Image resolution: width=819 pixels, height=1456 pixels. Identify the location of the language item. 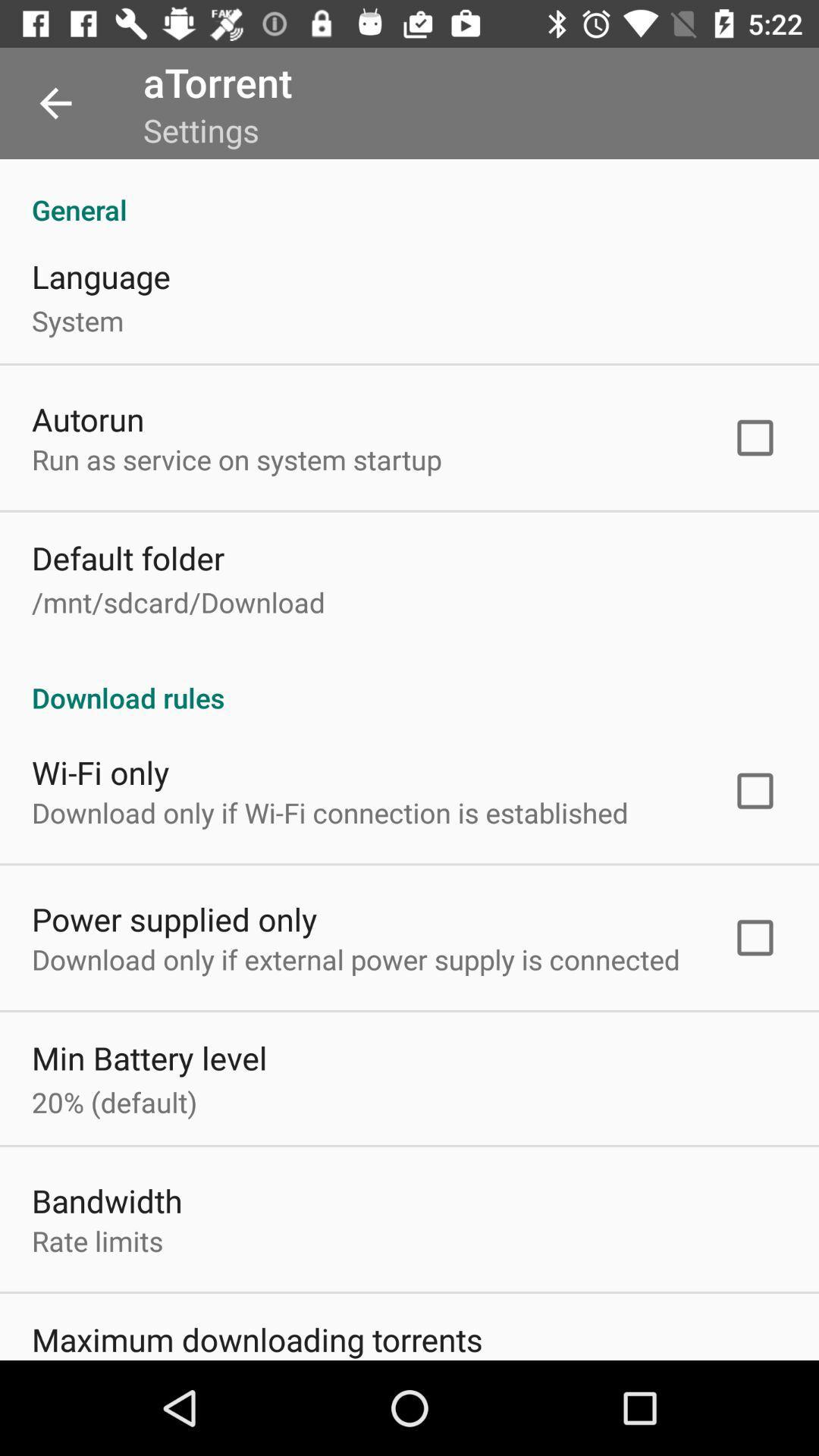
(101, 276).